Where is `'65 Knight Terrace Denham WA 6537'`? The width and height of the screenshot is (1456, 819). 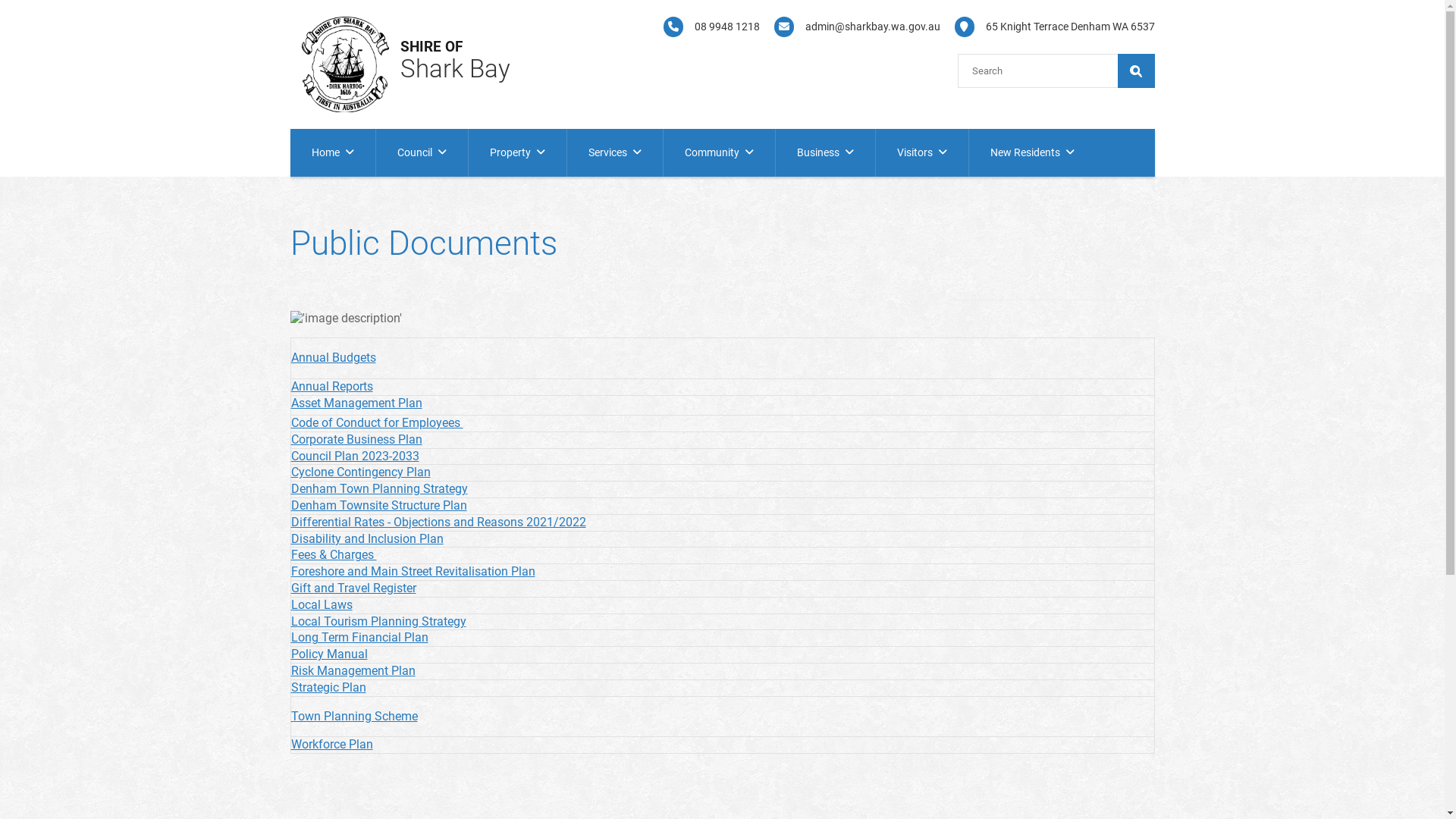 '65 Knight Terrace Denham WA 6537' is located at coordinates (1048, 27).